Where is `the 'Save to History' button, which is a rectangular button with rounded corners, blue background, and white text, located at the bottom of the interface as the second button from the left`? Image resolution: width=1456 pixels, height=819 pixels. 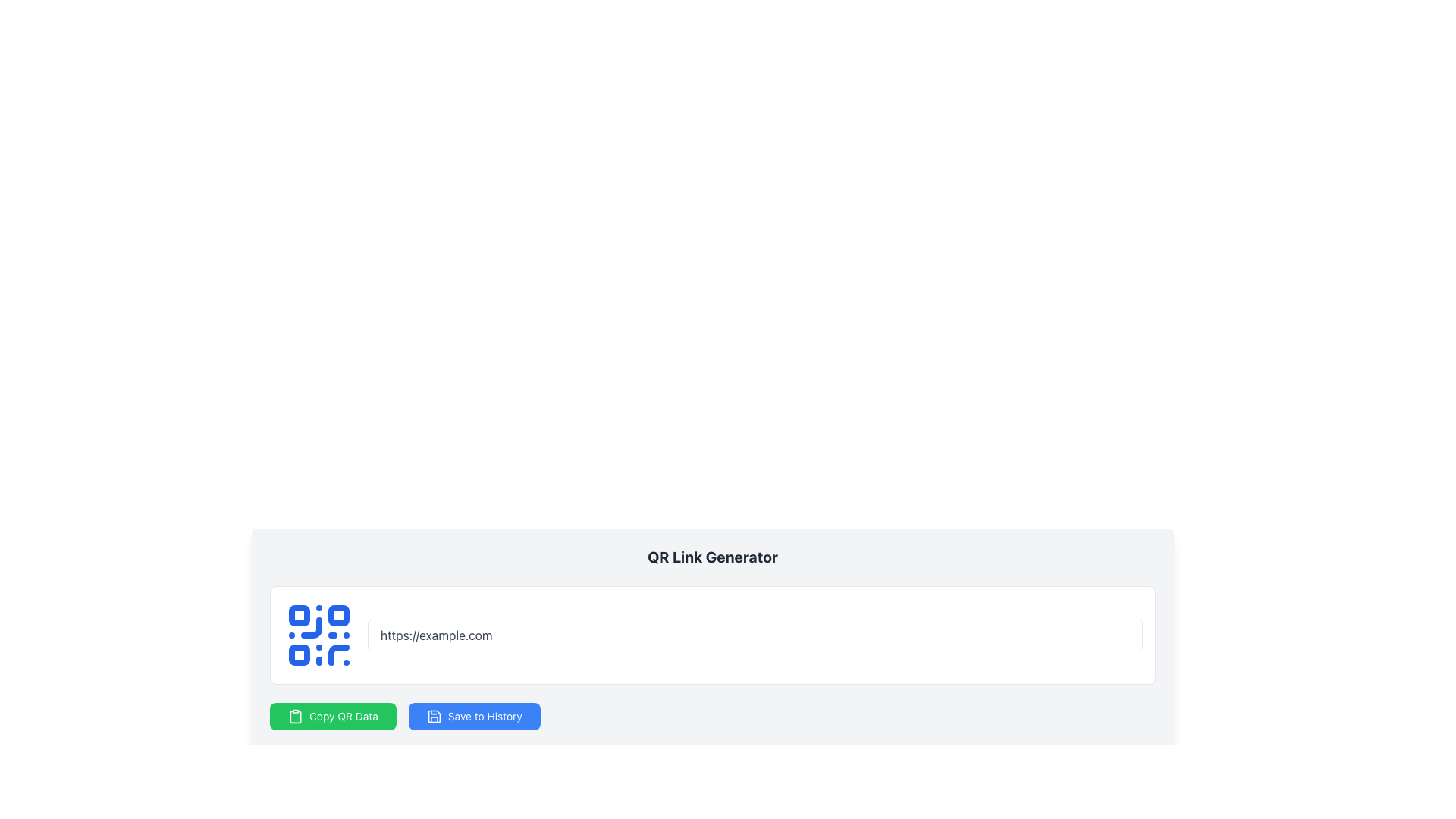 the 'Save to History' button, which is a rectangular button with rounded corners, blue background, and white text, located at the bottom of the interface as the second button from the left is located at coordinates (473, 717).